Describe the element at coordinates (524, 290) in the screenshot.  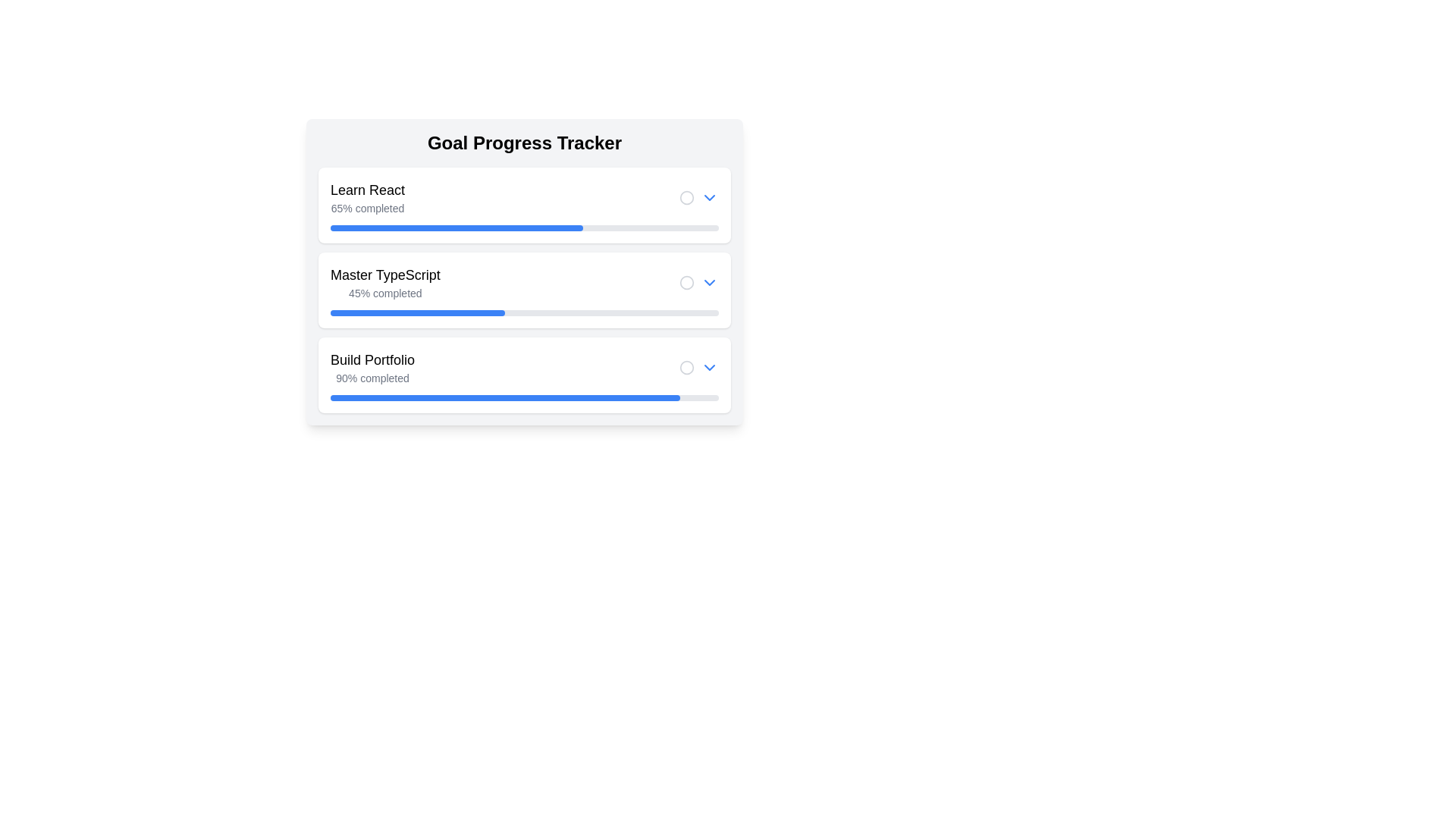
I see `the Progress tracking component, which consists of three vertically stacked cards showing progress for learning tasks` at that location.